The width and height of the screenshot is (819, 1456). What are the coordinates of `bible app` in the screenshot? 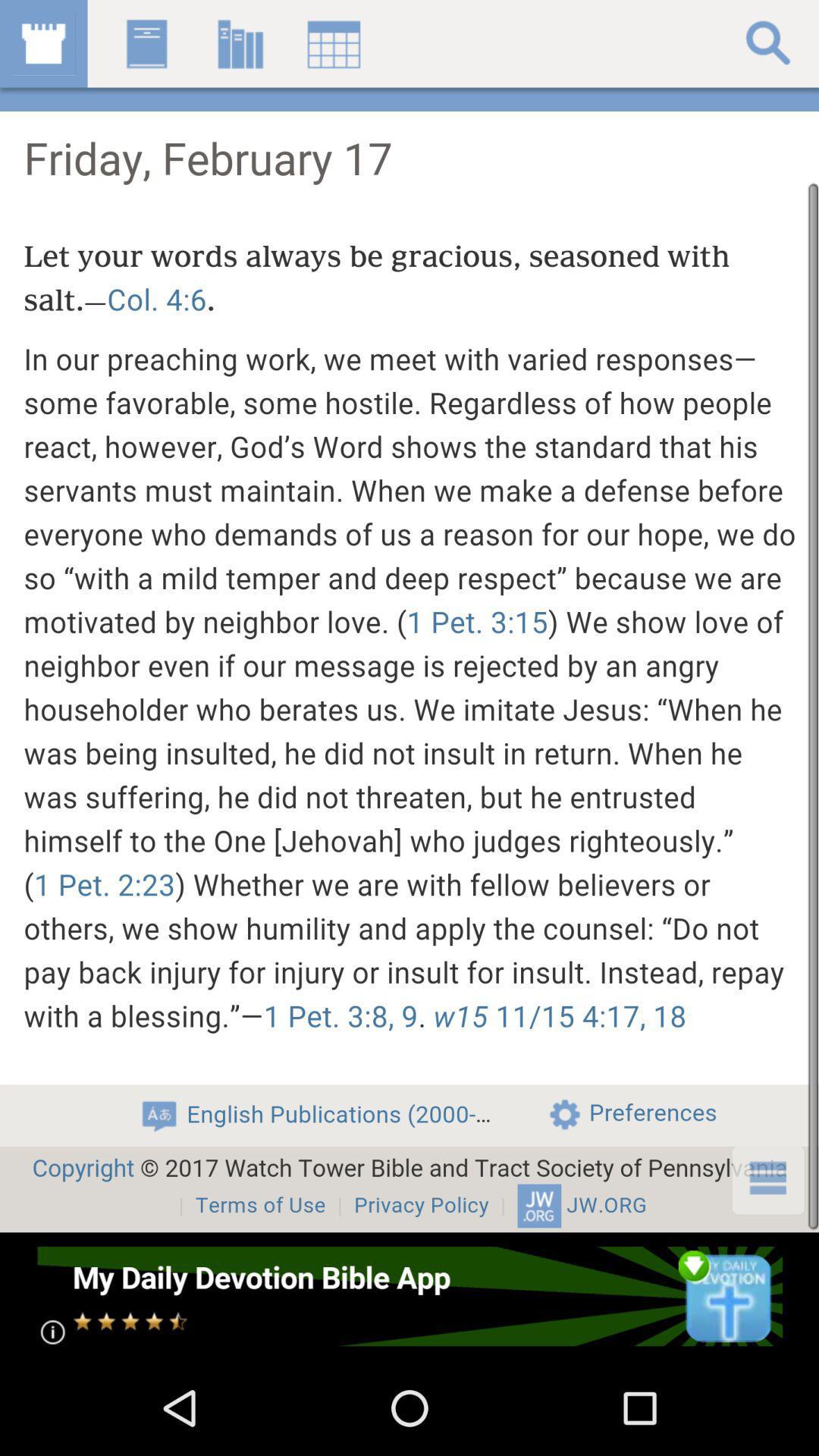 It's located at (408, 1295).